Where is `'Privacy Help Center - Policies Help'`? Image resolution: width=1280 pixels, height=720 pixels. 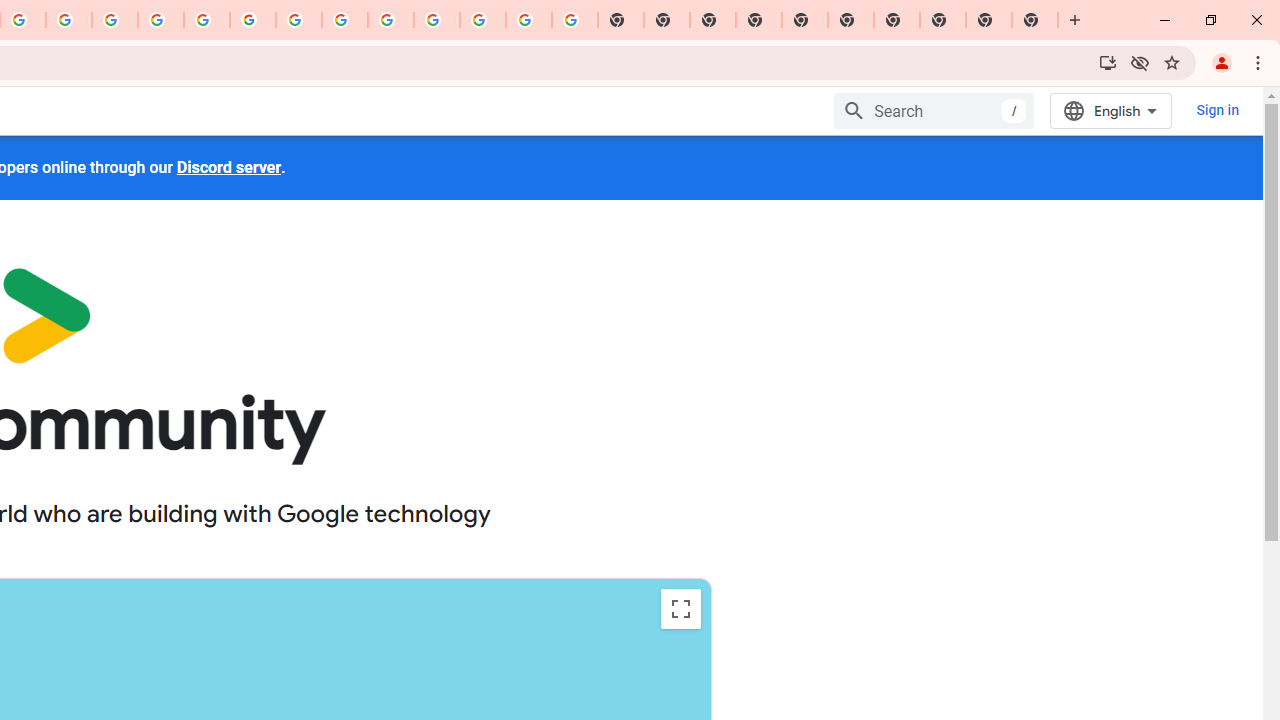
'Privacy Help Center - Policies Help' is located at coordinates (161, 20).